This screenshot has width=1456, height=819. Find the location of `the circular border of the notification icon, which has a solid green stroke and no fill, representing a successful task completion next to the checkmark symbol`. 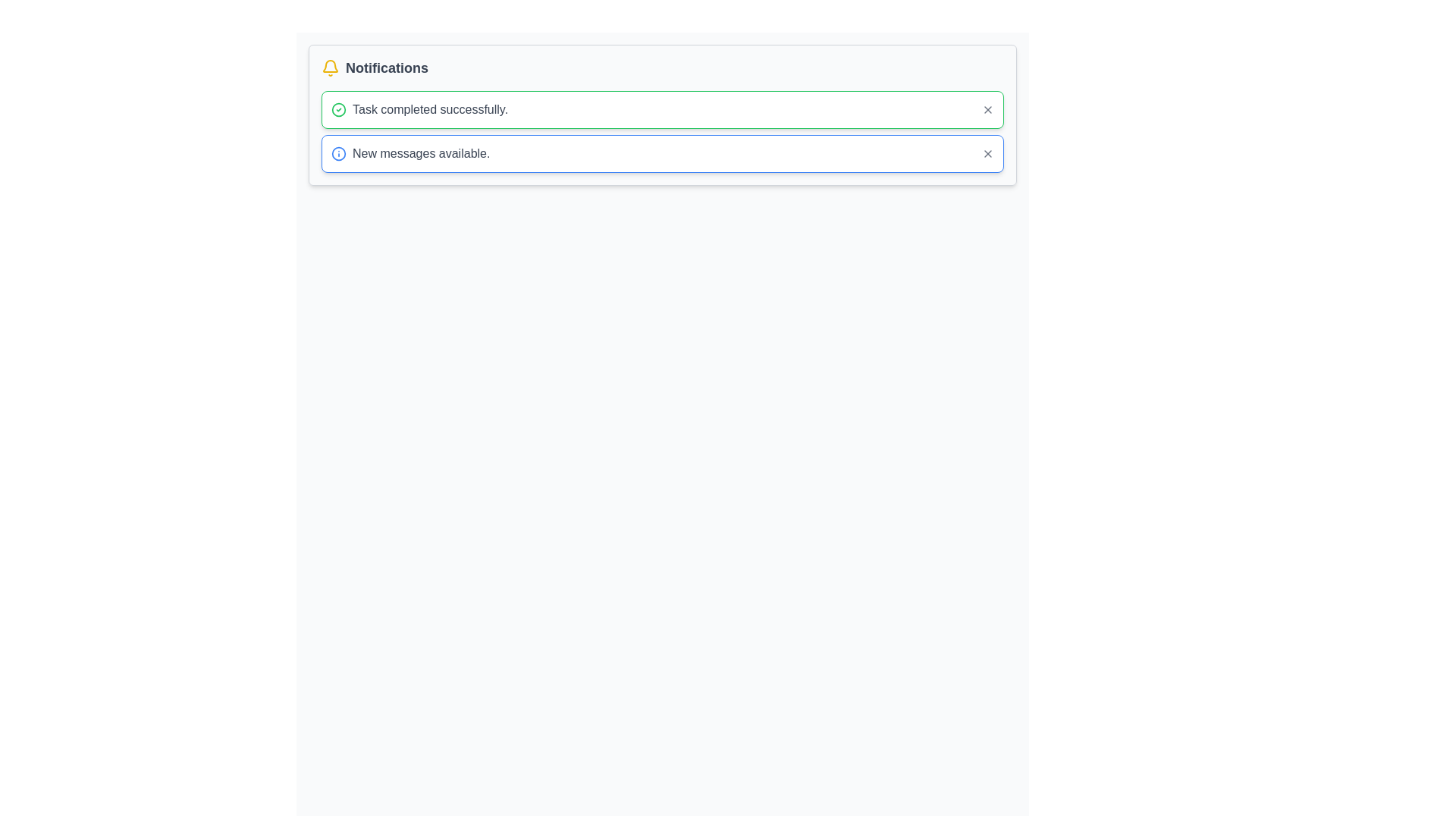

the circular border of the notification icon, which has a solid green stroke and no fill, representing a successful task completion next to the checkmark symbol is located at coordinates (337, 109).